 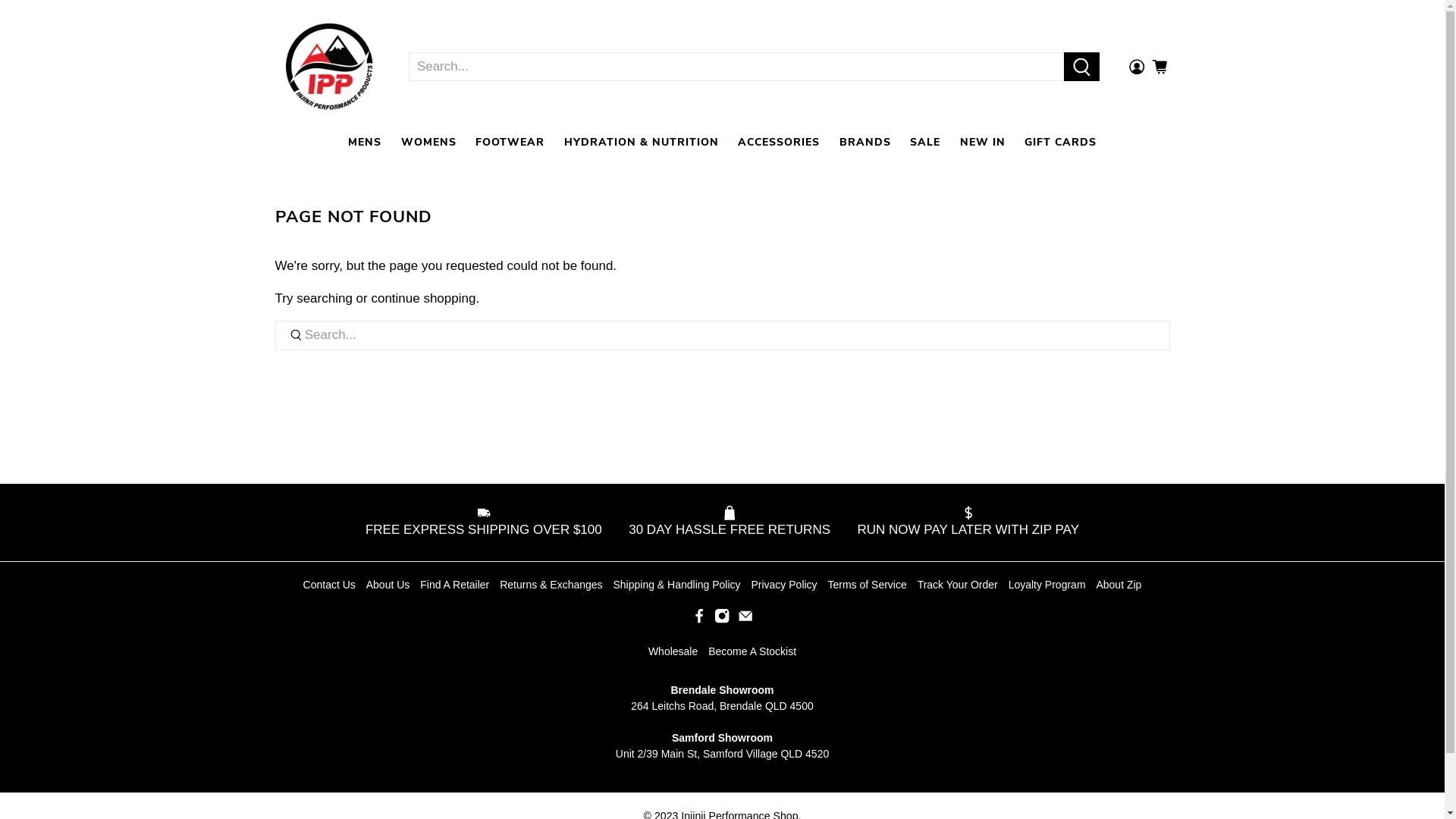 I want to click on '30 DAY HASSLE FREE RETURNS', so click(x=729, y=522).